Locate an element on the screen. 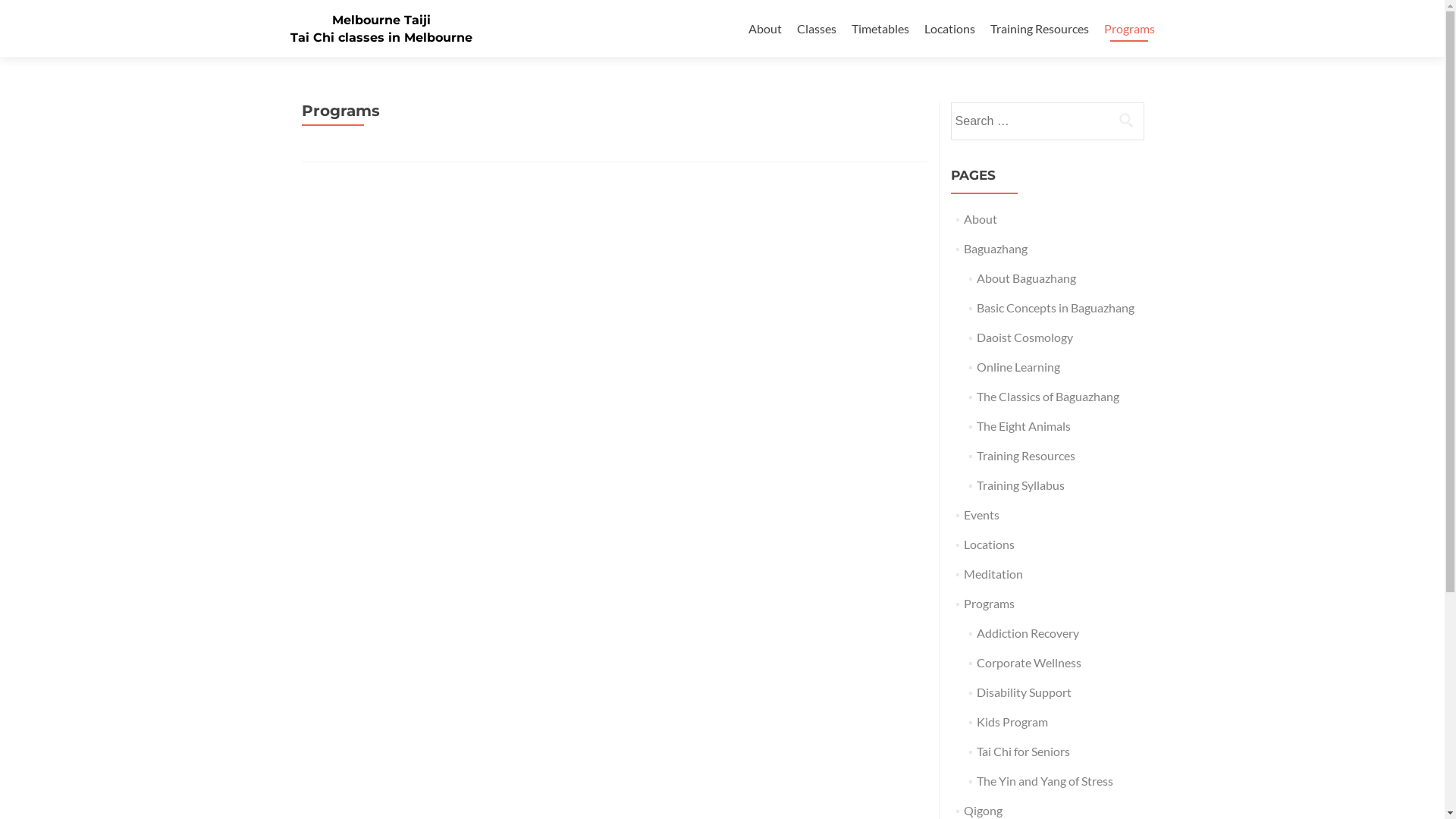 This screenshot has height=819, width=1456. 'About' is located at coordinates (980, 218).